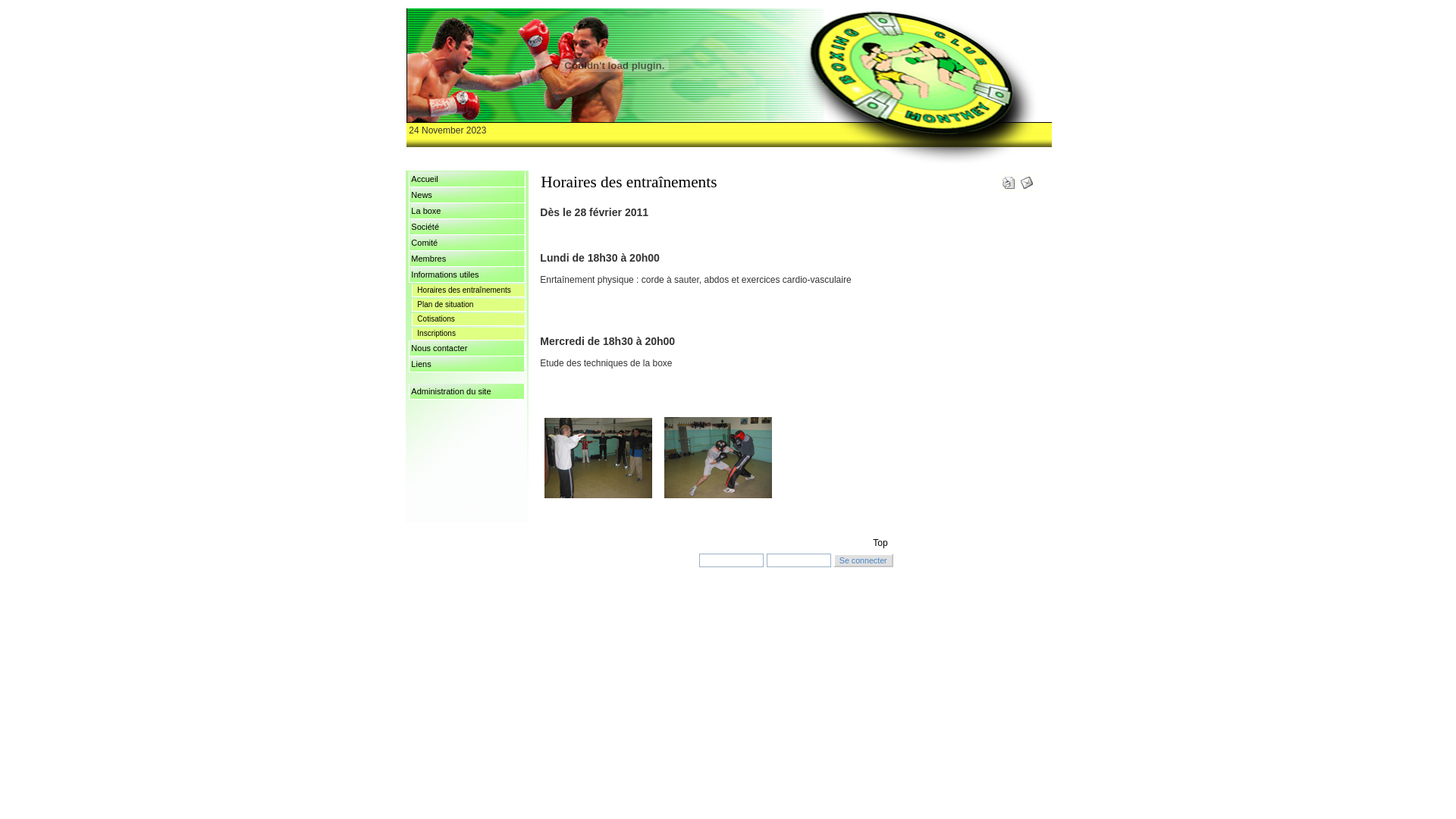 Image resolution: width=1456 pixels, height=819 pixels. What do you see at coordinates (466, 364) in the screenshot?
I see `'Liens'` at bounding box center [466, 364].